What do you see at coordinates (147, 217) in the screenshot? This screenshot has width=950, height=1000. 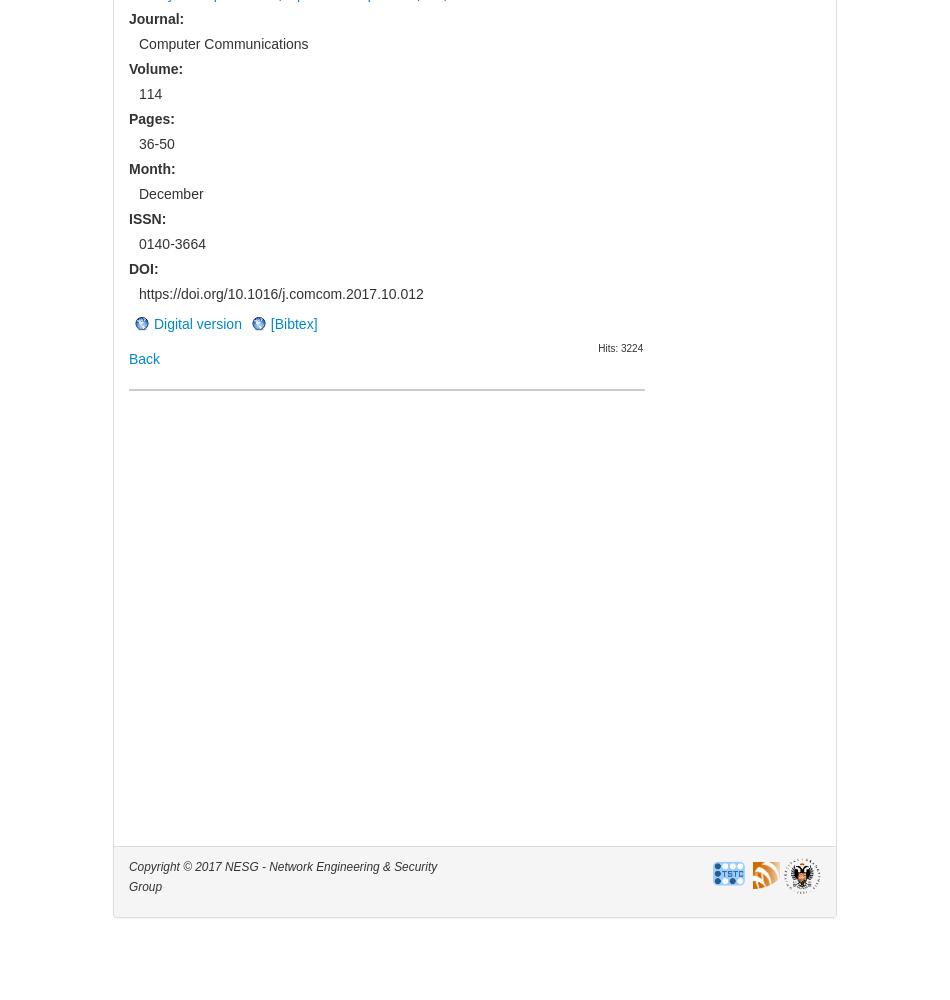 I see `'ISSN:'` at bounding box center [147, 217].